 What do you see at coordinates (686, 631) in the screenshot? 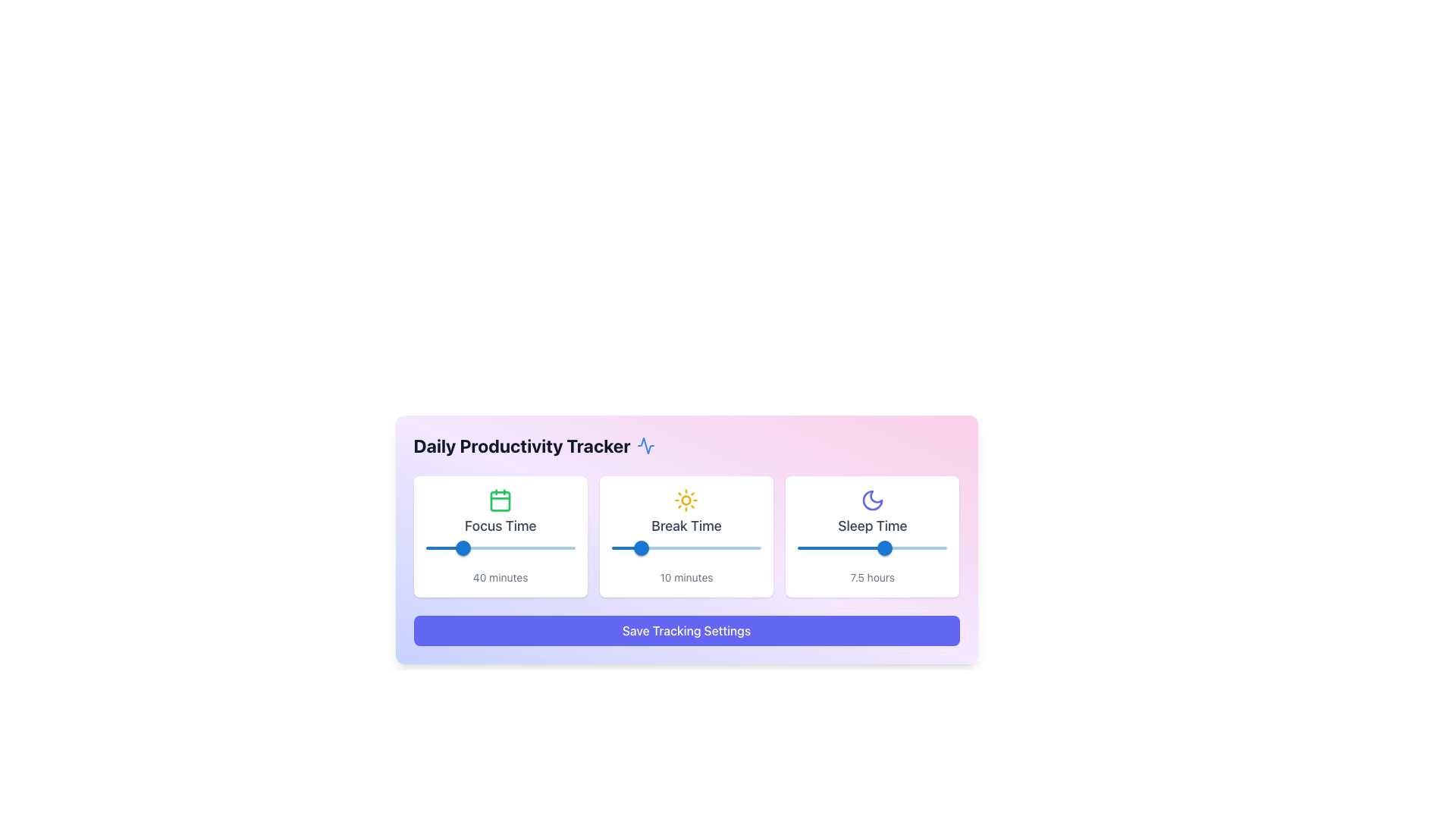
I see `the save button located at the bottom of the 'Daily Productivity Tracker' card` at bounding box center [686, 631].